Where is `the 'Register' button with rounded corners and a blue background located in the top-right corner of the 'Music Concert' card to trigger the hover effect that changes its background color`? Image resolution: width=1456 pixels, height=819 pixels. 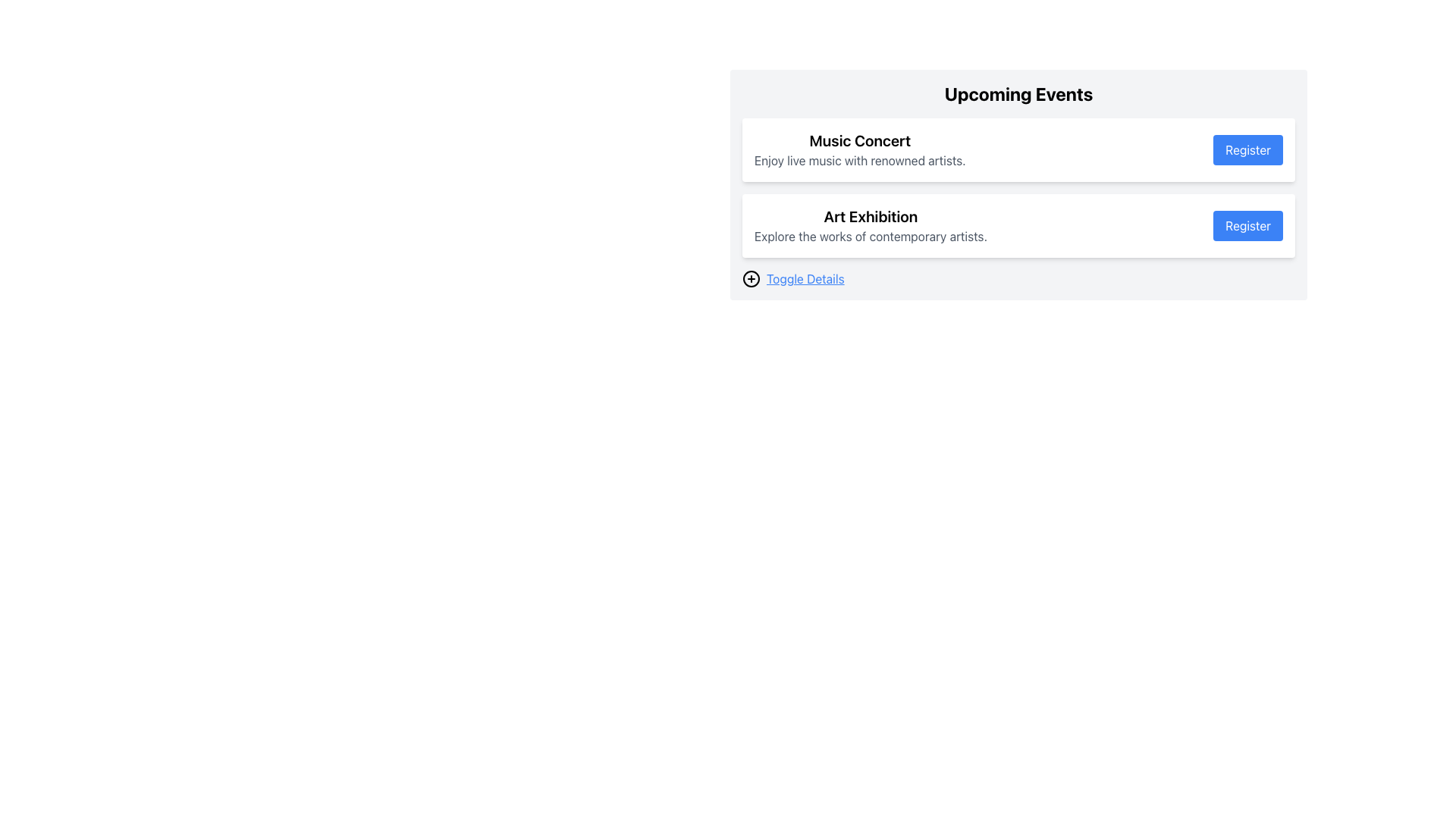
the 'Register' button with rounded corners and a blue background located in the top-right corner of the 'Music Concert' card to trigger the hover effect that changes its background color is located at coordinates (1248, 149).